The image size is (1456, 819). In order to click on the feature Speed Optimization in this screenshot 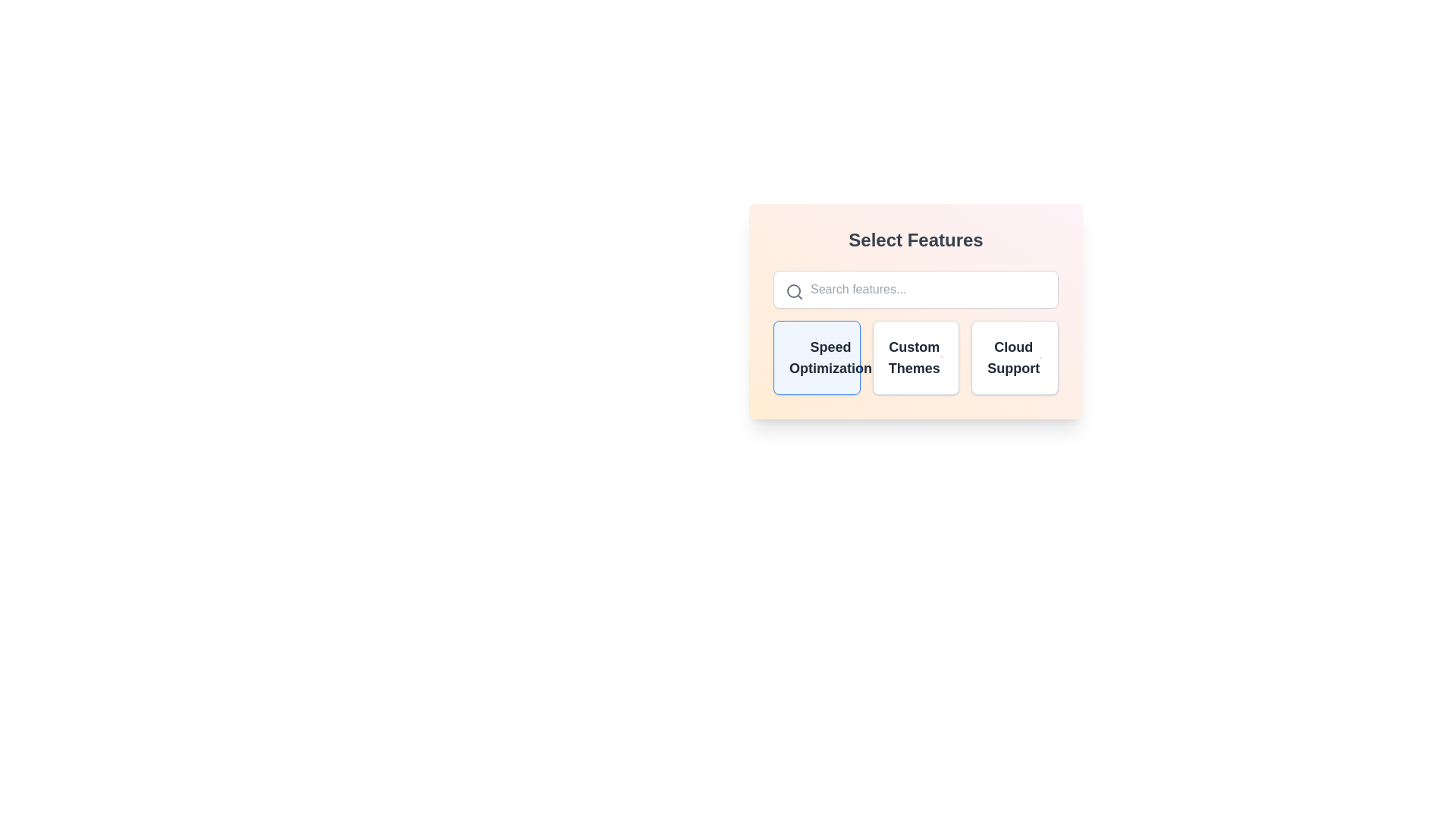, I will do `click(815, 357)`.